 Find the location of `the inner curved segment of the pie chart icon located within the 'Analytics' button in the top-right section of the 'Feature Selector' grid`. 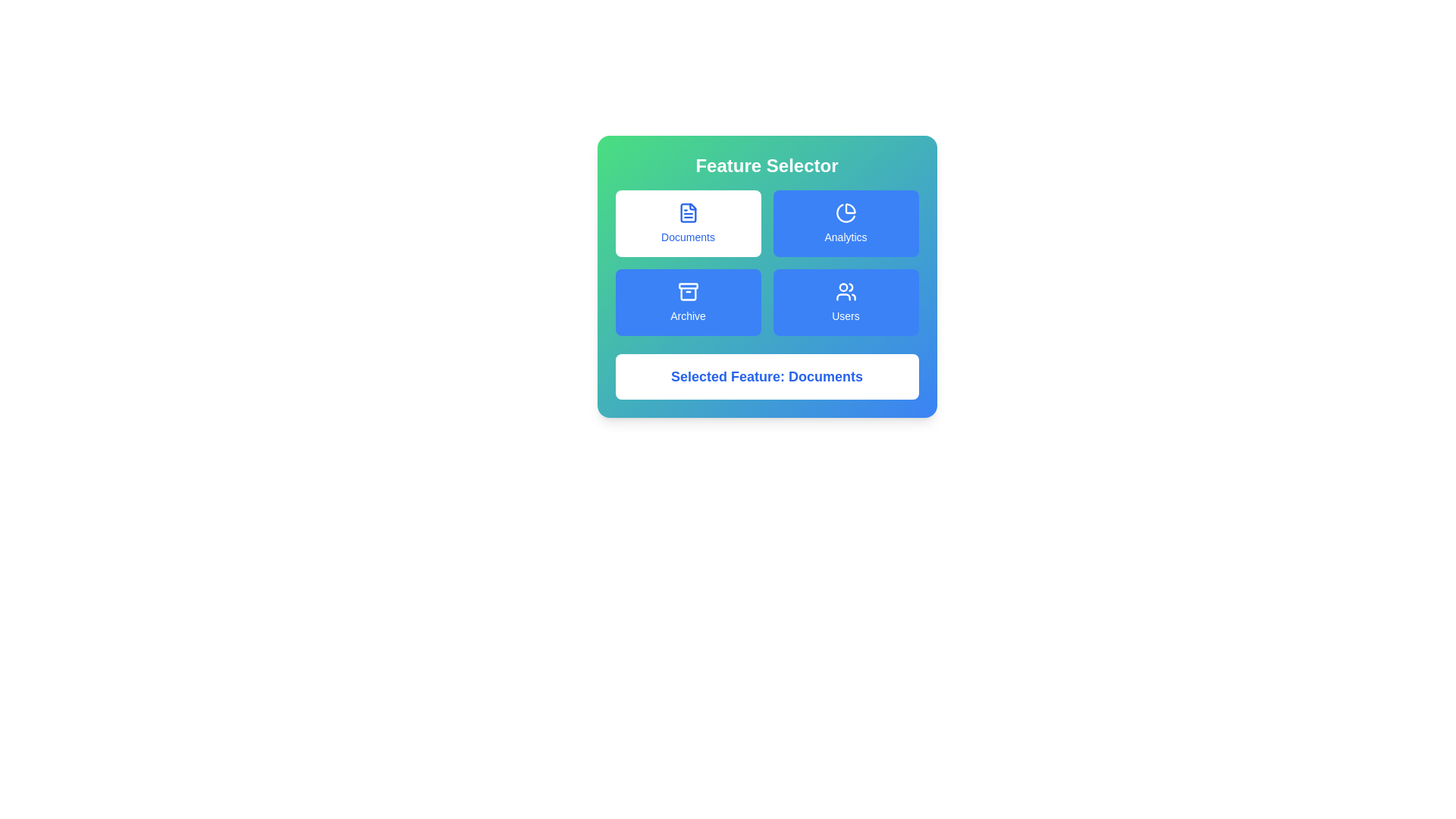

the inner curved segment of the pie chart icon located within the 'Analytics' button in the top-right section of the 'Feature Selector' grid is located at coordinates (850, 209).